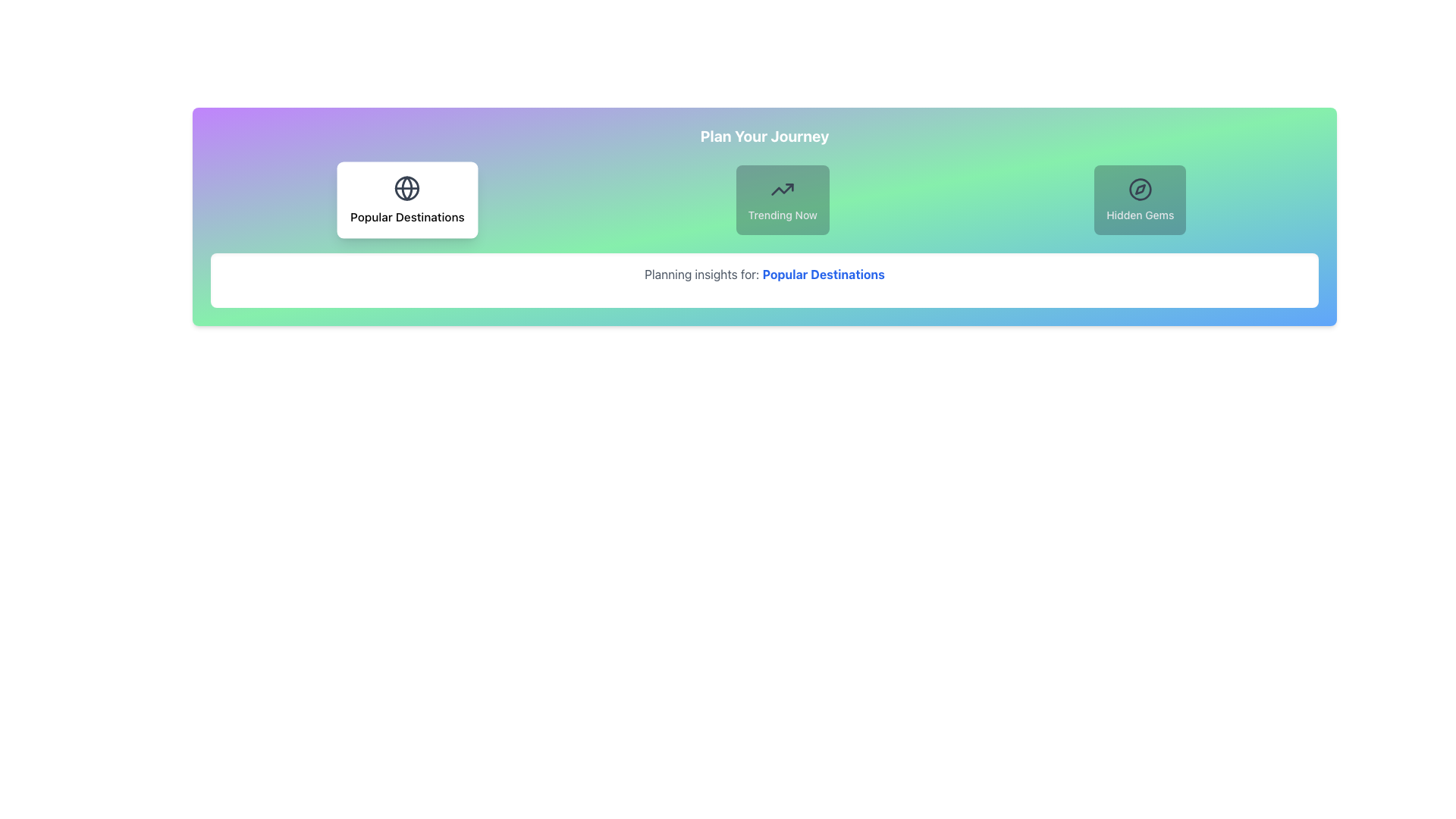 This screenshot has width=1456, height=819. Describe the element at coordinates (823, 275) in the screenshot. I see `the blue, bold 'Popular Destinations' text within the section containing 'Planning insights for: Popular Destinations'` at that location.